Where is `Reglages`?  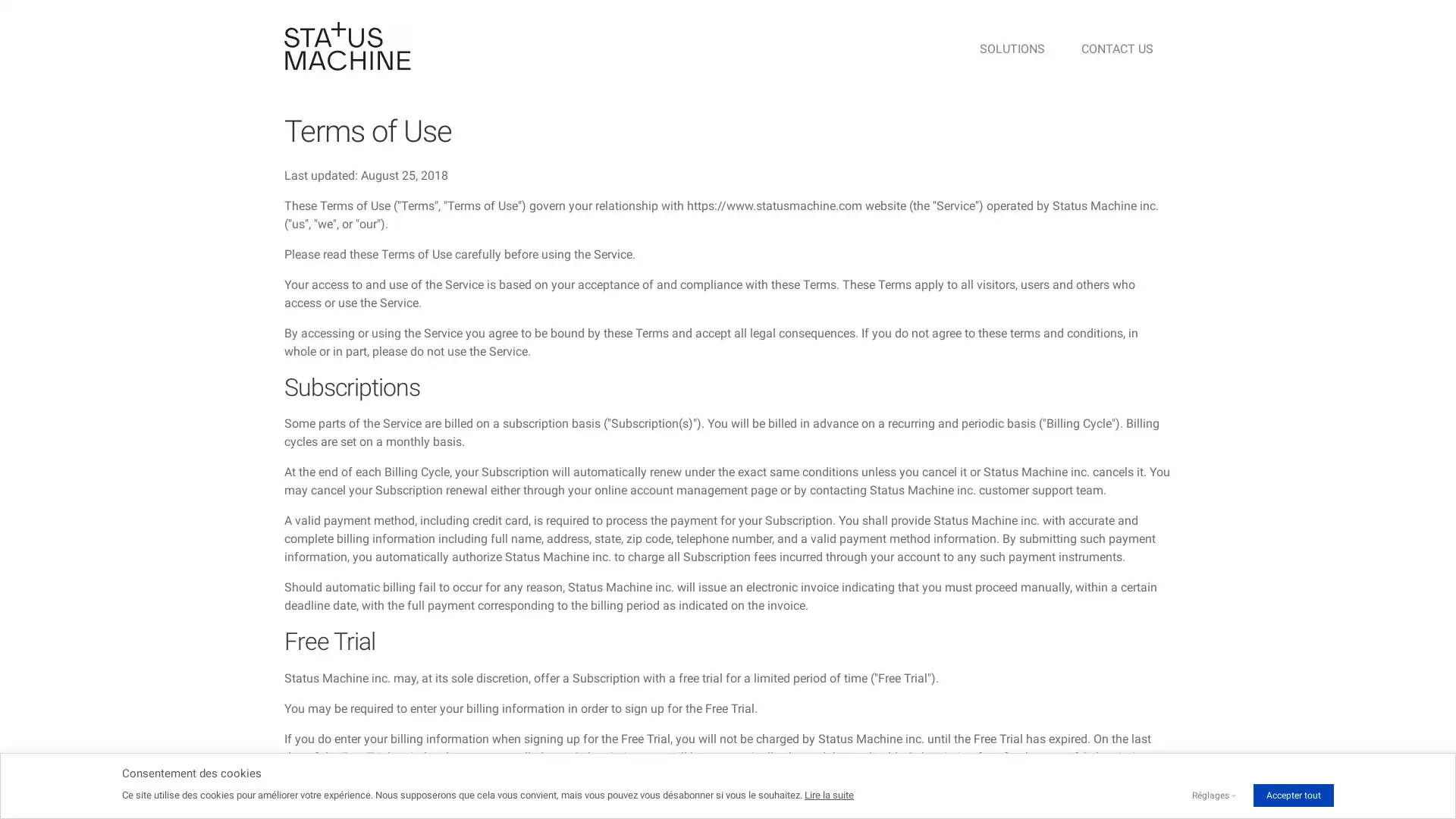
Reglages is located at coordinates (1210, 795).